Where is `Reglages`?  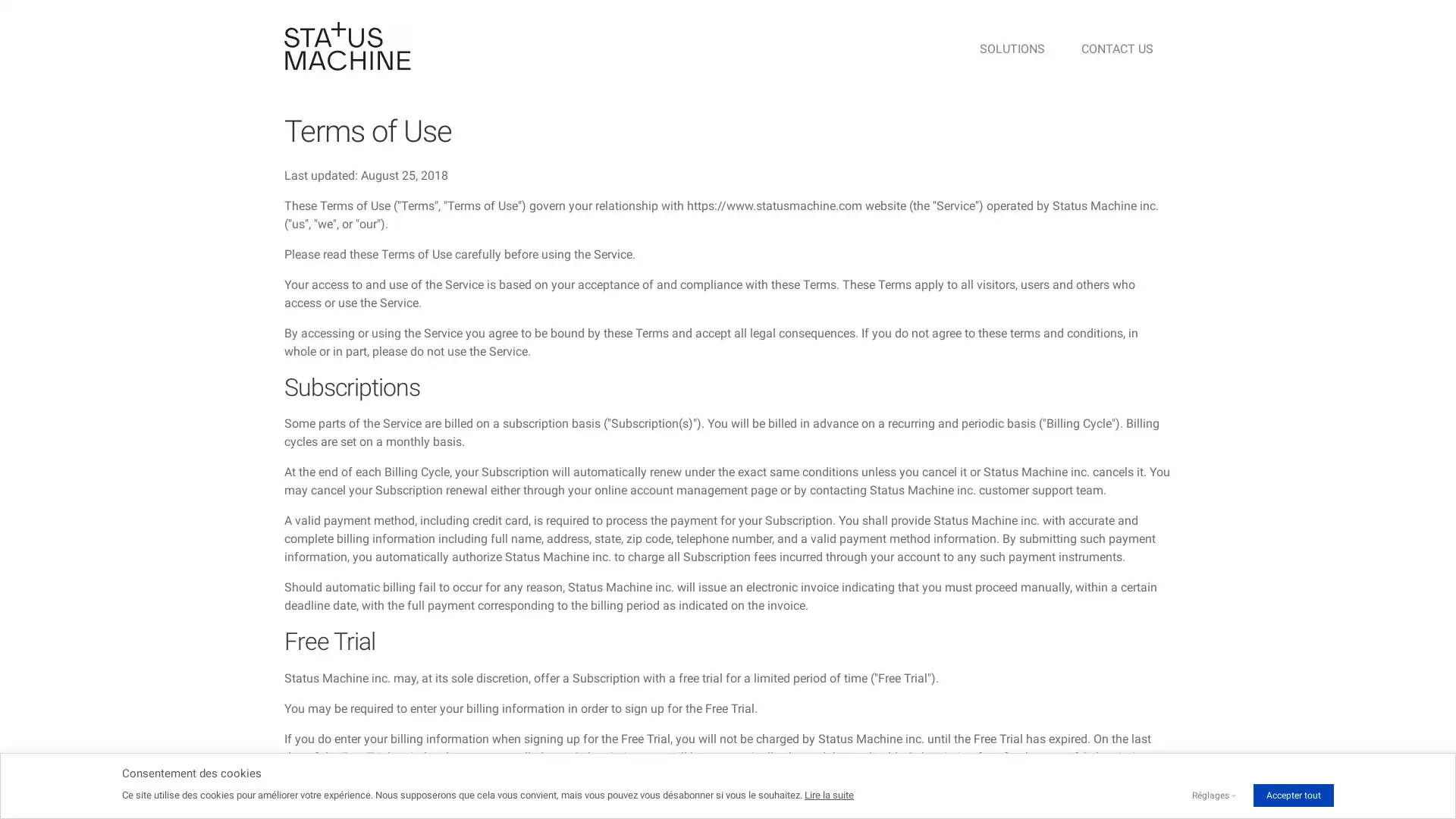
Reglages is located at coordinates (1210, 795).